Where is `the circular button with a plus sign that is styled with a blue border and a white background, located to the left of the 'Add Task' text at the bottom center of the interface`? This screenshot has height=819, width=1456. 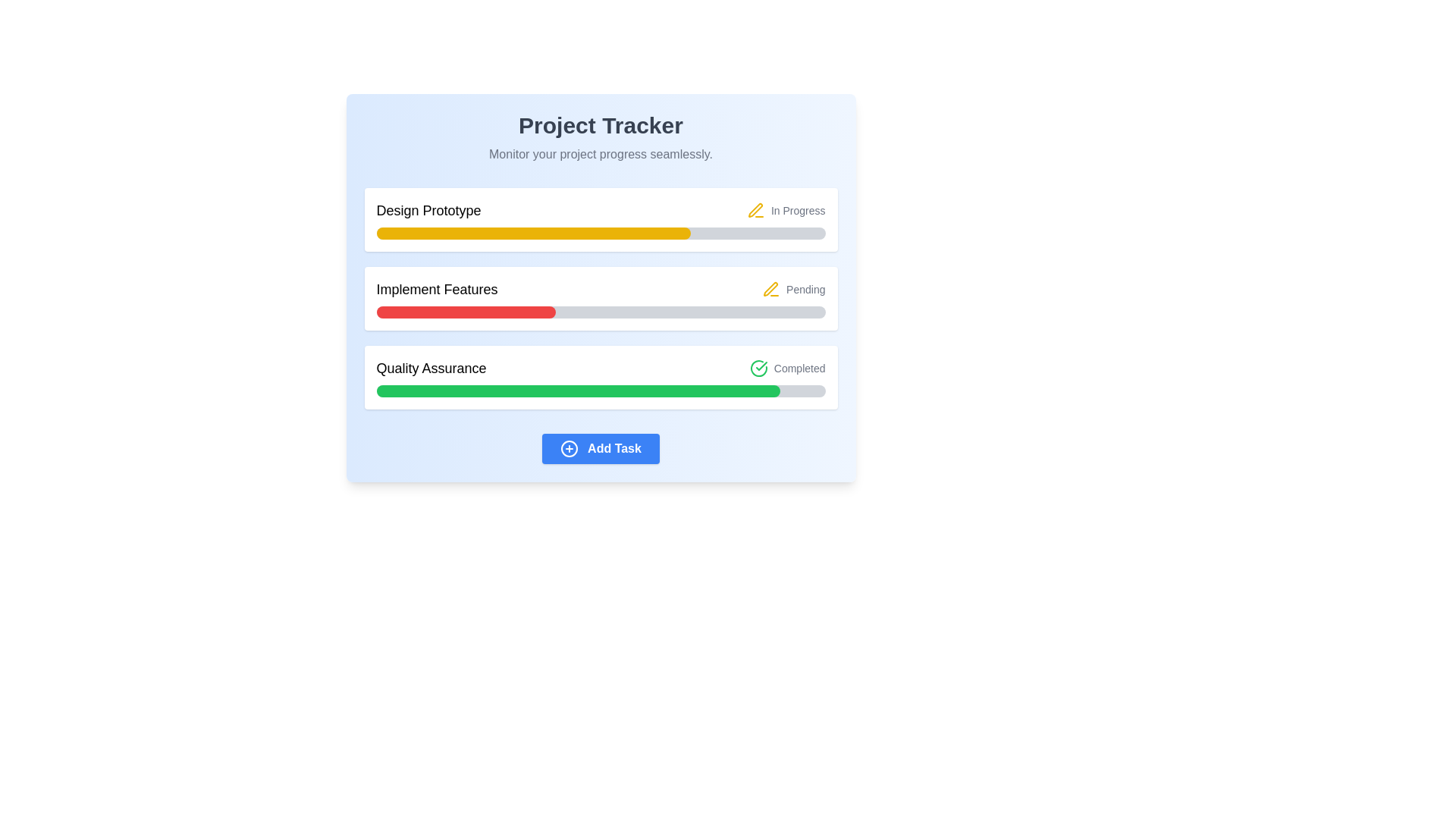
the circular button with a plus sign that is styled with a blue border and a white background, located to the left of the 'Add Task' text at the bottom center of the interface is located at coordinates (569, 447).